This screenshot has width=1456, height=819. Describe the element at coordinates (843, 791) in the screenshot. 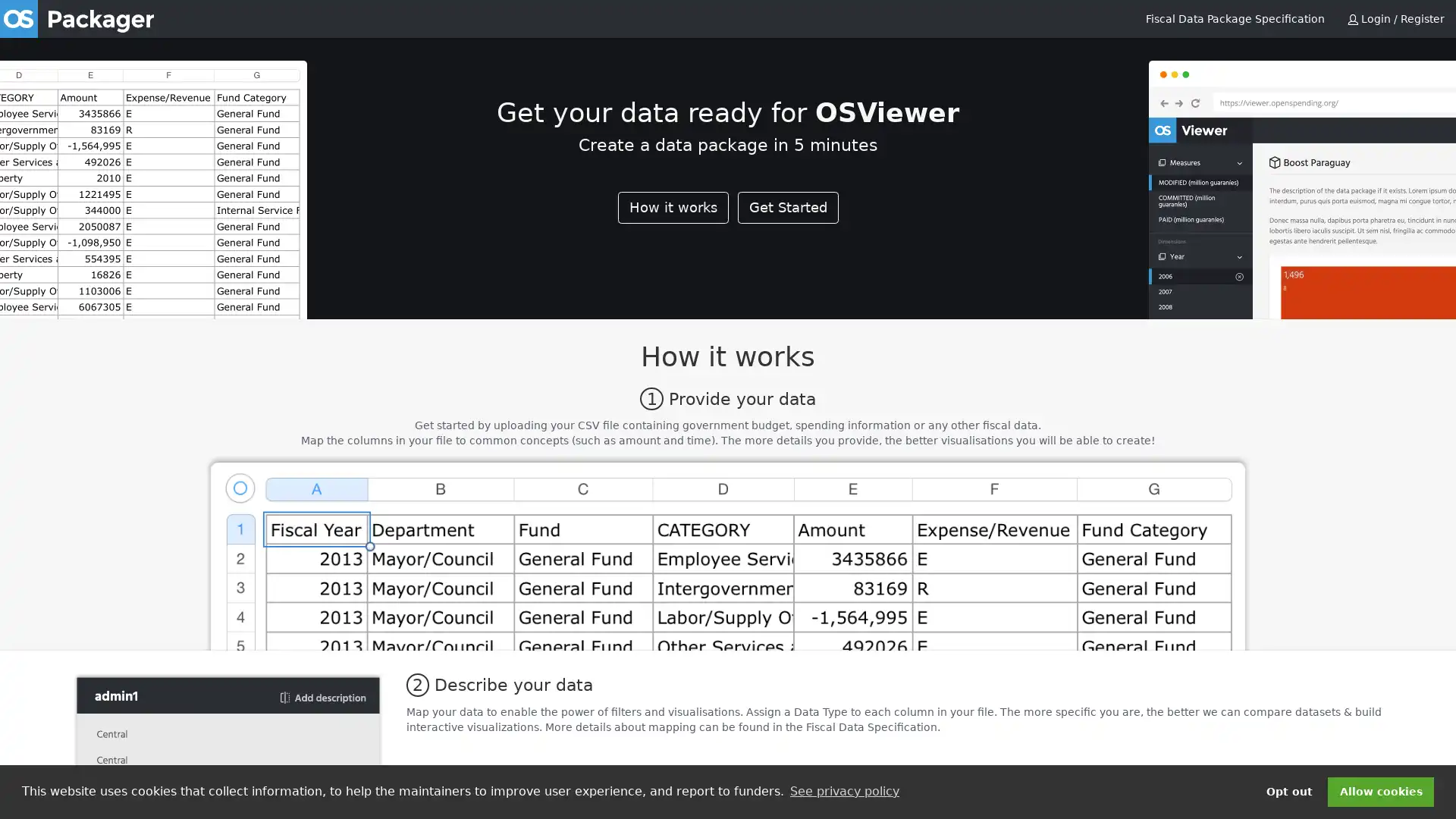

I see `learn more about cookies` at that location.